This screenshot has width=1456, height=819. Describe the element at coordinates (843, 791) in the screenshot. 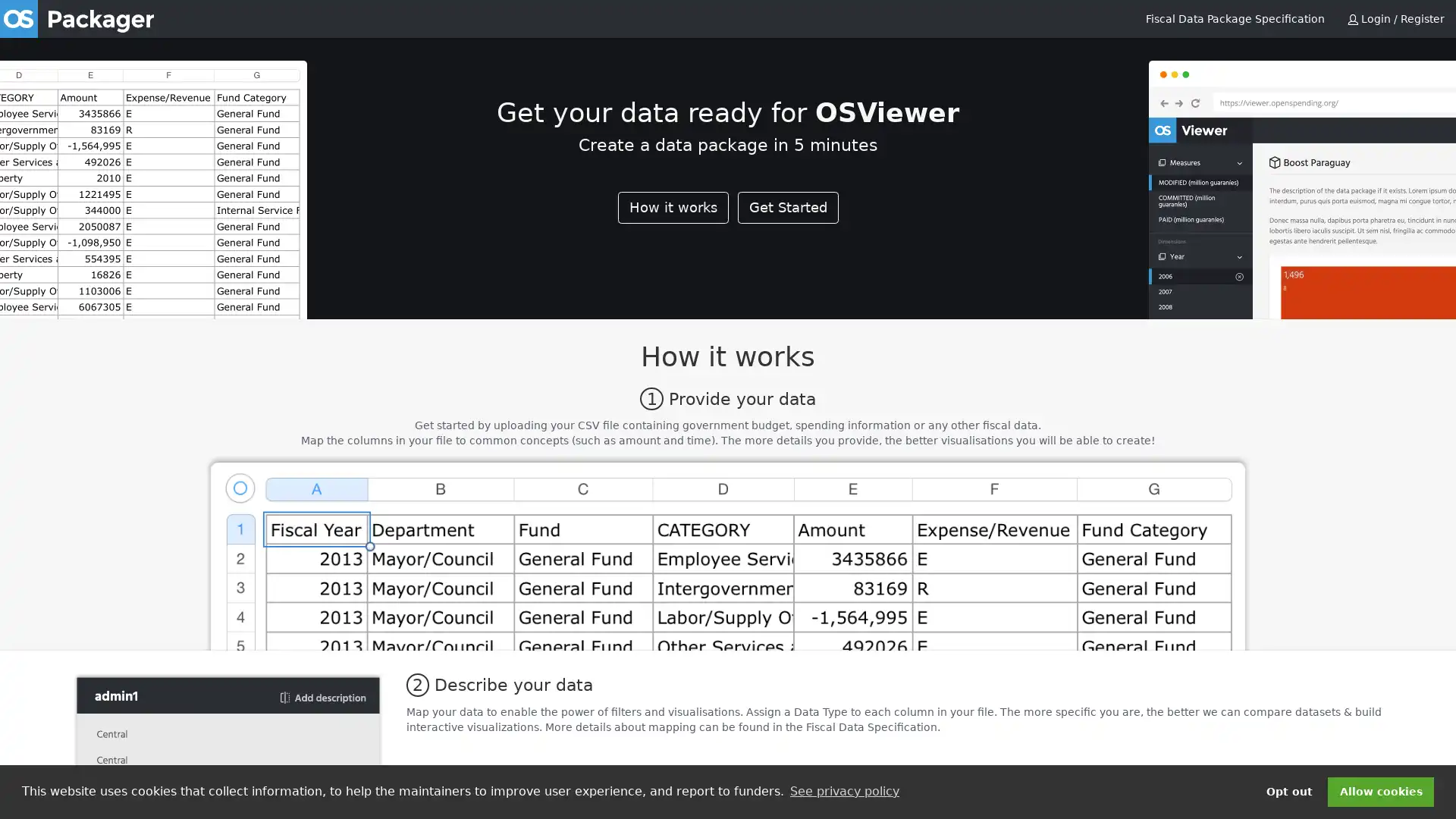

I see `learn more about cookies` at that location.